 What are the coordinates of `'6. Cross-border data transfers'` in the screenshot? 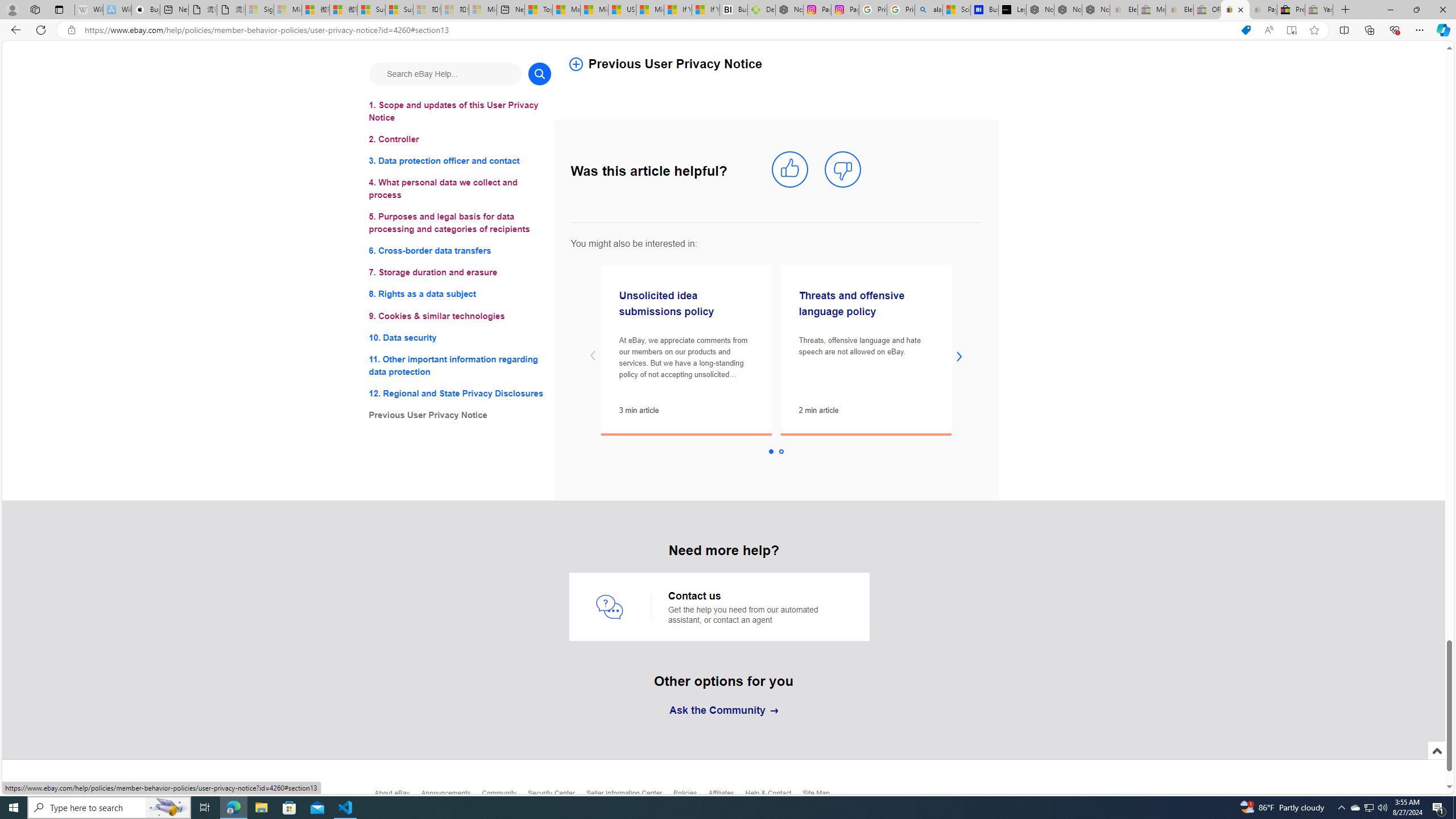 It's located at (459, 251).